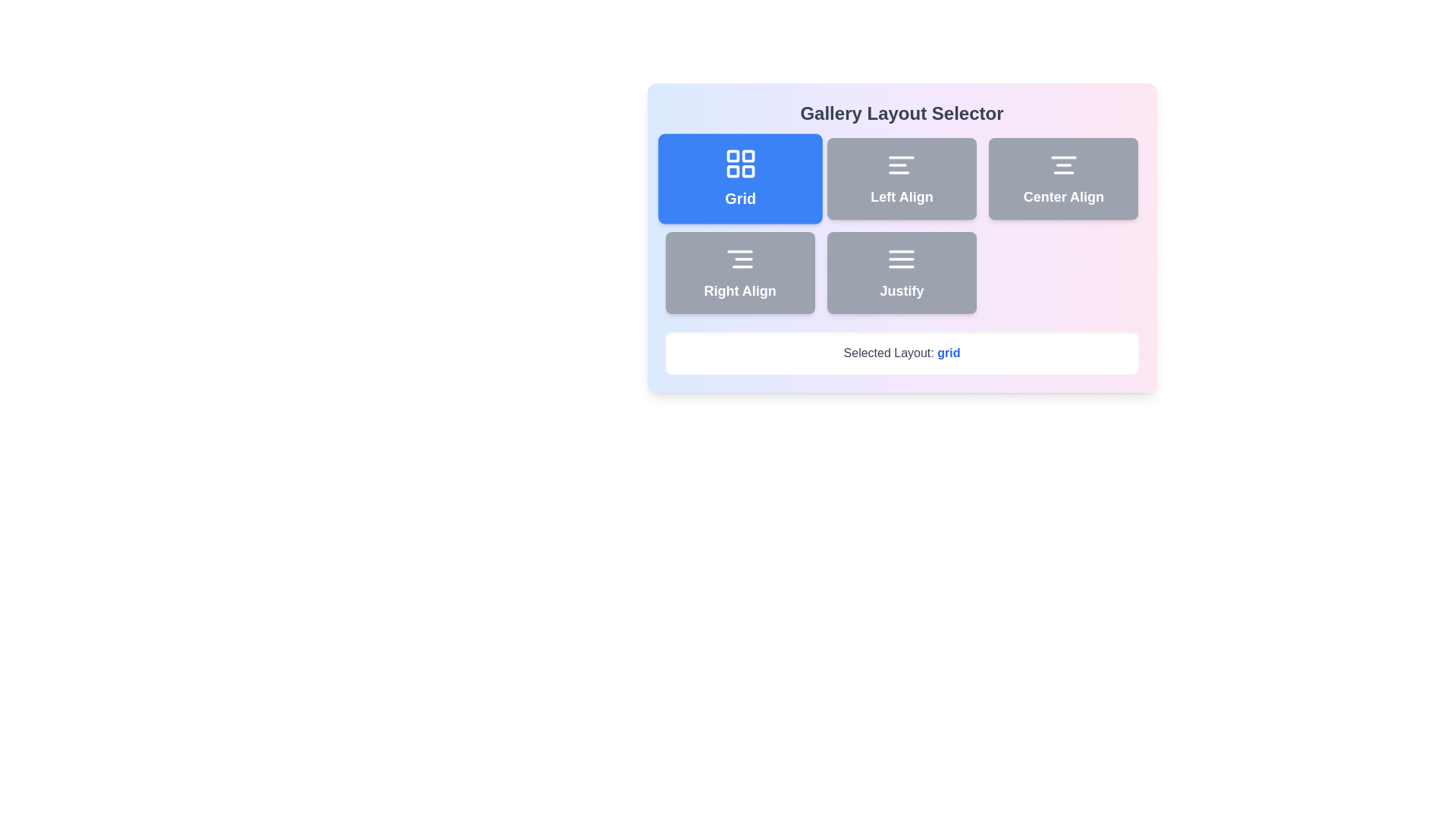 The width and height of the screenshot is (1456, 819). What do you see at coordinates (740, 164) in the screenshot?
I see `the grid layout icon located within the blue rounded rectangle labeled 'Grid' at the top-left corner of the layout options box` at bounding box center [740, 164].